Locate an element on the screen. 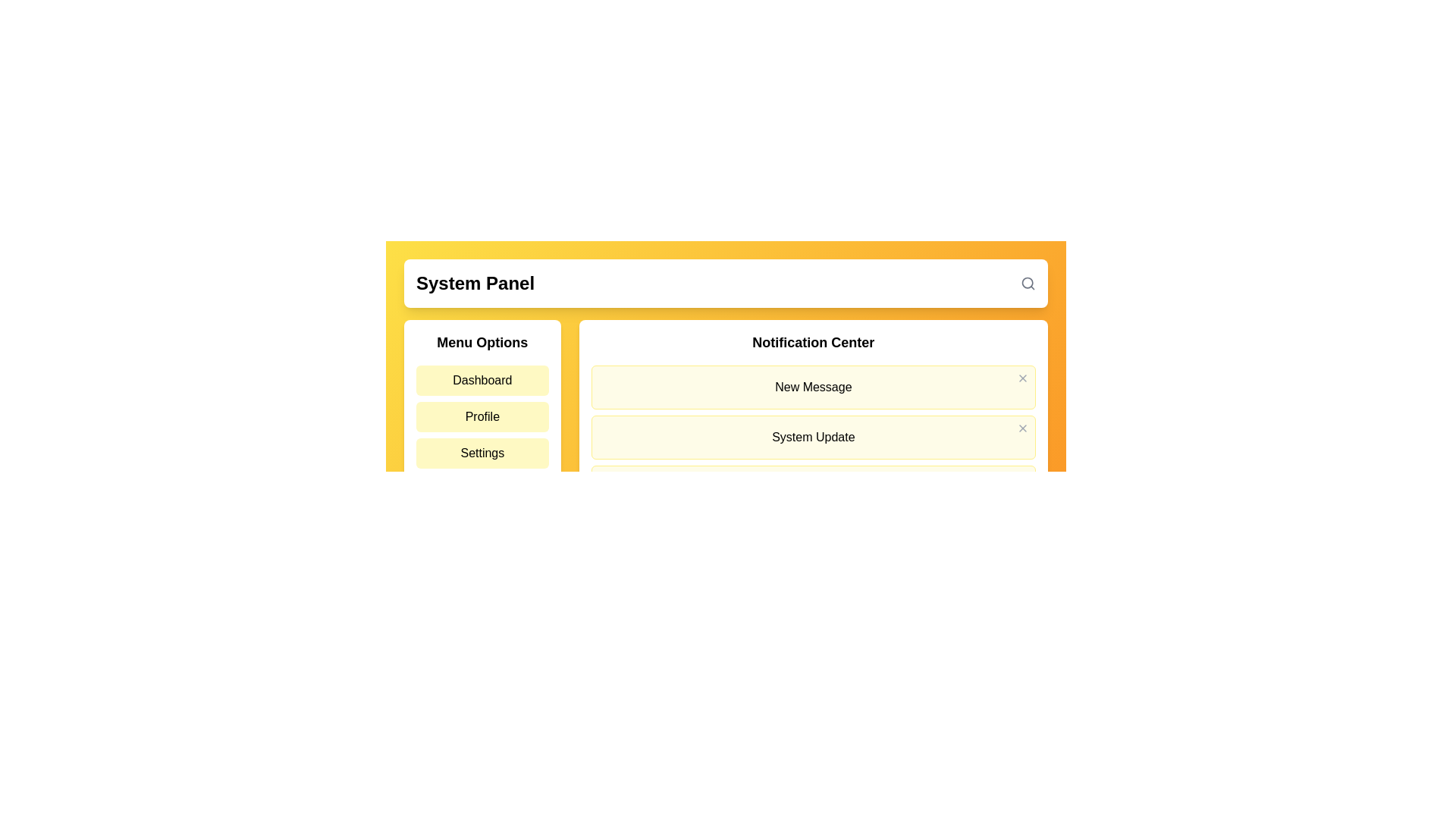 Image resolution: width=1456 pixels, height=819 pixels. the 'Dashboard' button with a light yellow background and black text, which is the first button in the vertical menu under 'Menu Options' is located at coordinates (482, 379).